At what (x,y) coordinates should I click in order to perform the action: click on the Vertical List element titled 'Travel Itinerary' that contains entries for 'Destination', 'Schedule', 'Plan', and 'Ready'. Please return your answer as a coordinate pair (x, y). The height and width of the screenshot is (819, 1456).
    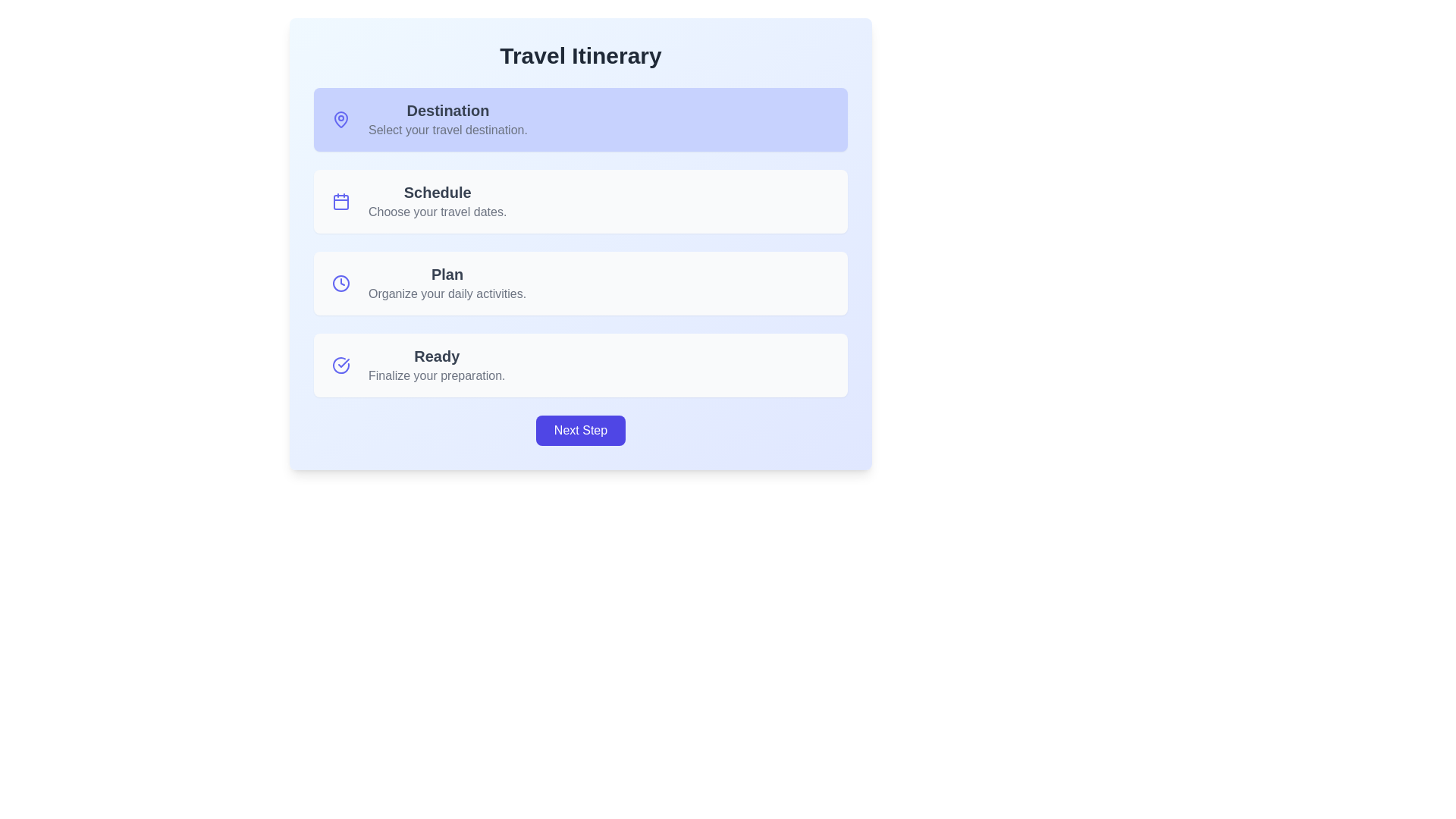
    Looking at the image, I should click on (580, 242).